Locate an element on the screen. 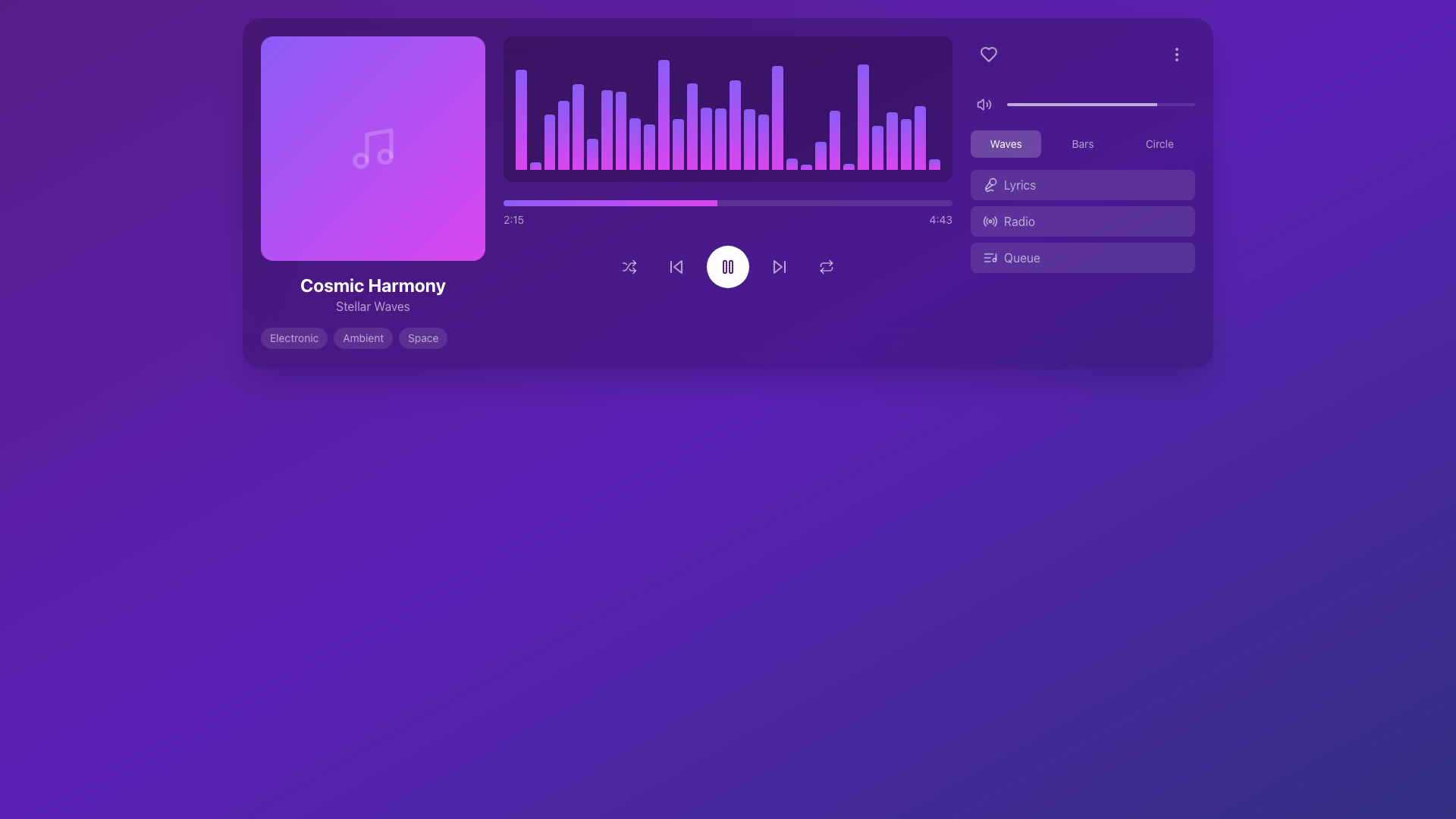 This screenshot has height=819, width=1456. the subtitle text label located underneath the 'Cosmic Harmony' title, which provides additional context or details within the same text block is located at coordinates (372, 306).